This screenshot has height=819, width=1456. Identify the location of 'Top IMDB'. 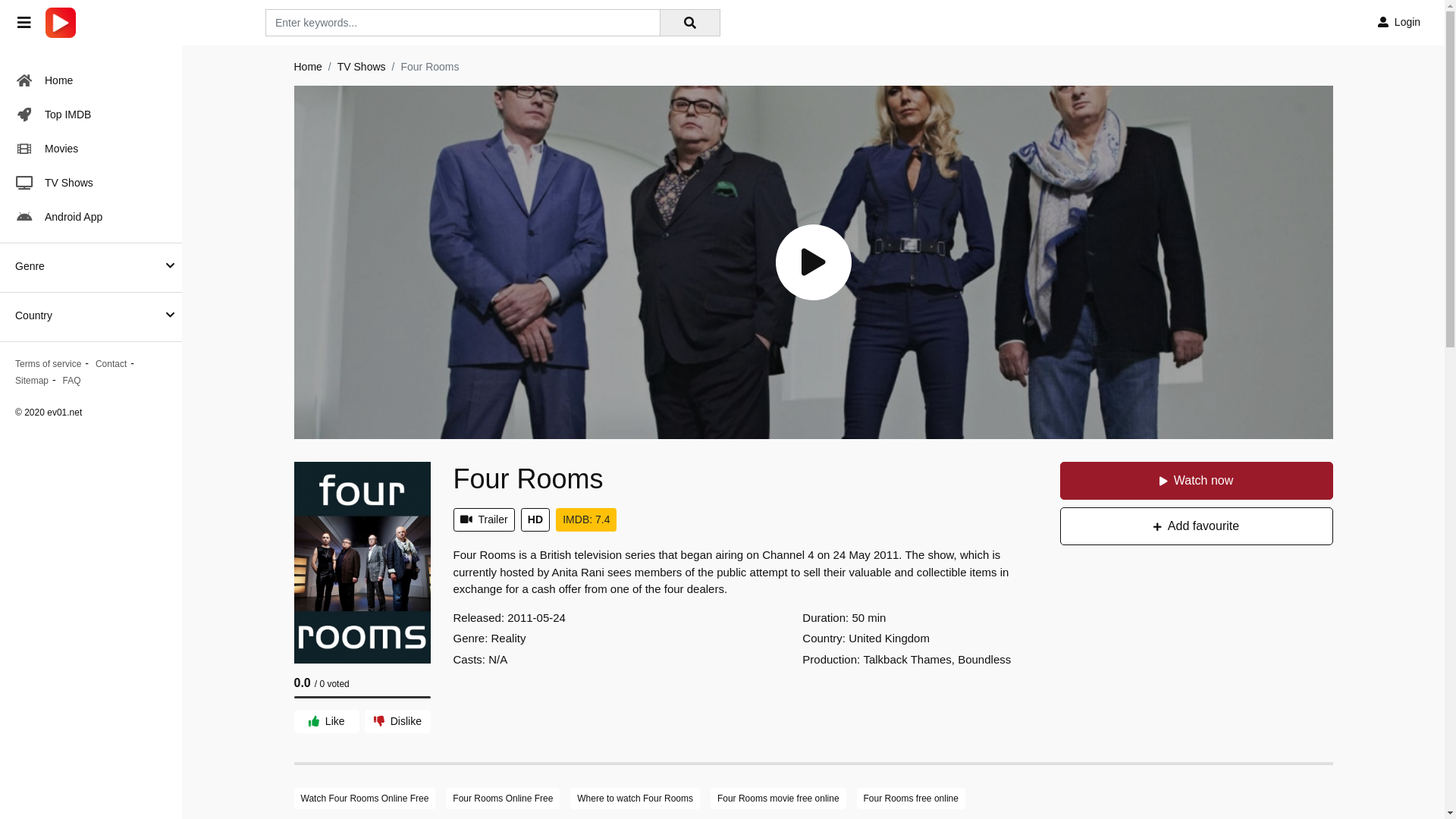
(0, 113).